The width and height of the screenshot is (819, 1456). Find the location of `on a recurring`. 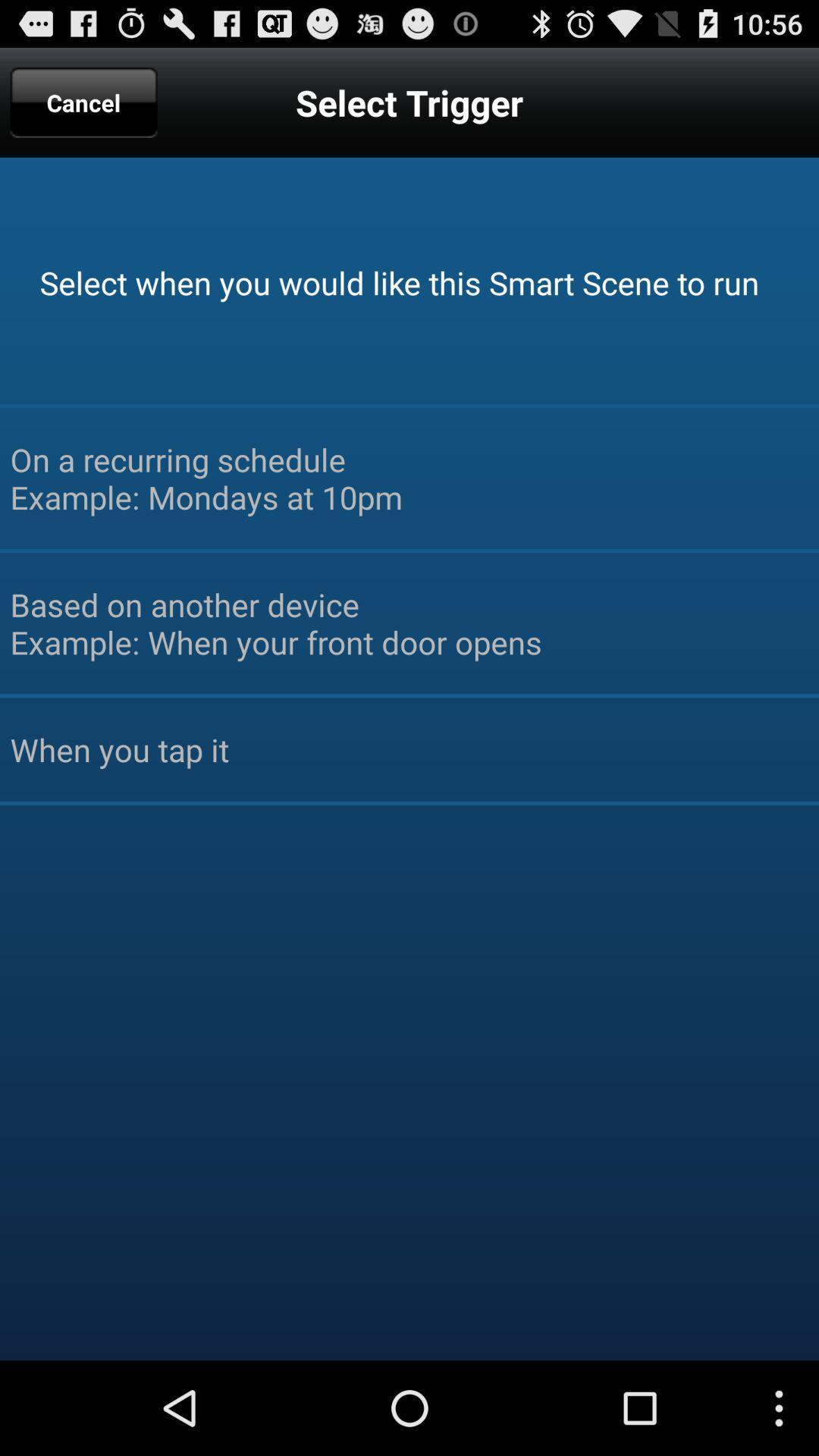

on a recurring is located at coordinates (409, 477).